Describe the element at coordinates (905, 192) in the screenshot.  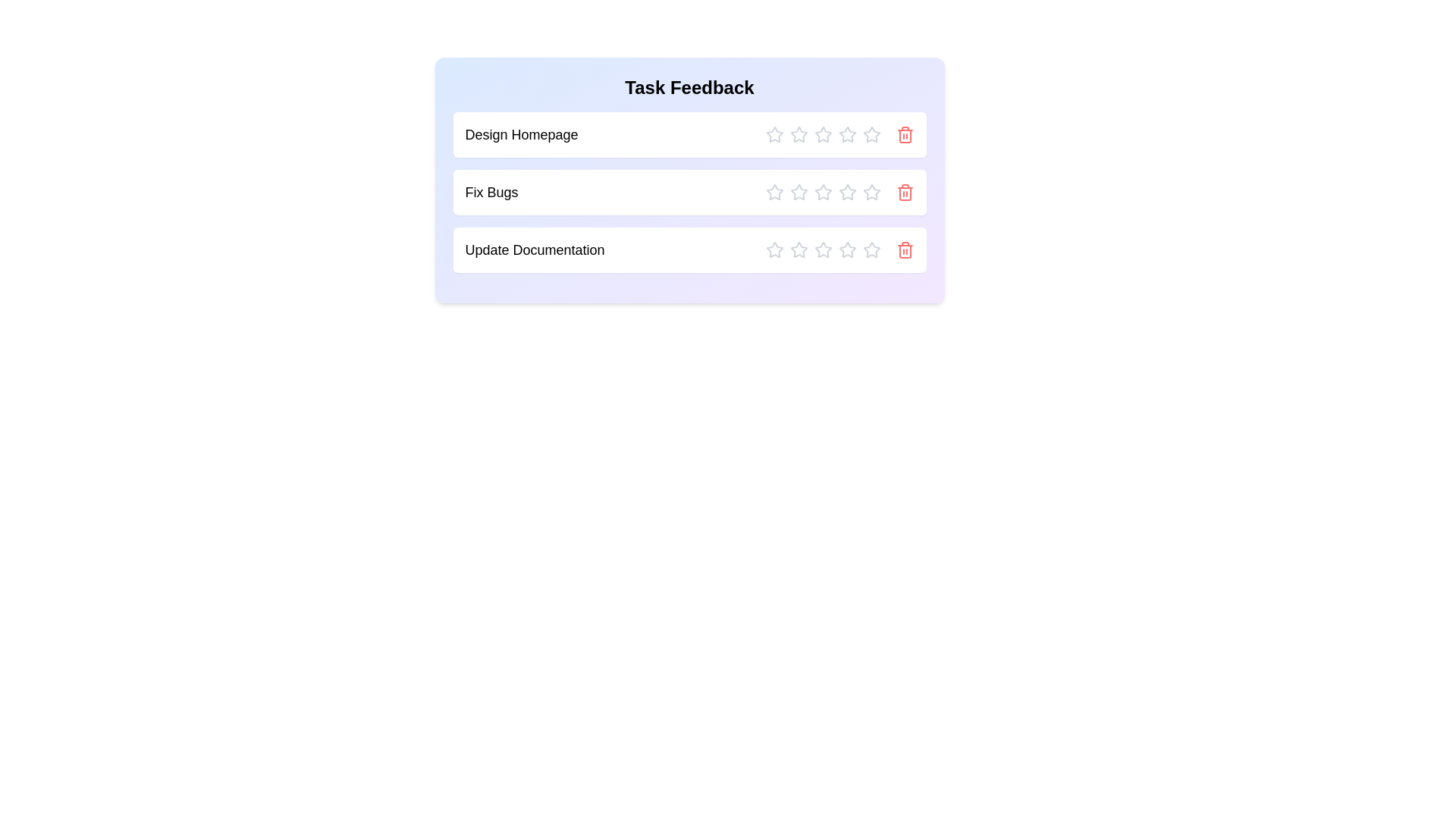
I see `delete icon for the task named Fix Bugs` at that location.